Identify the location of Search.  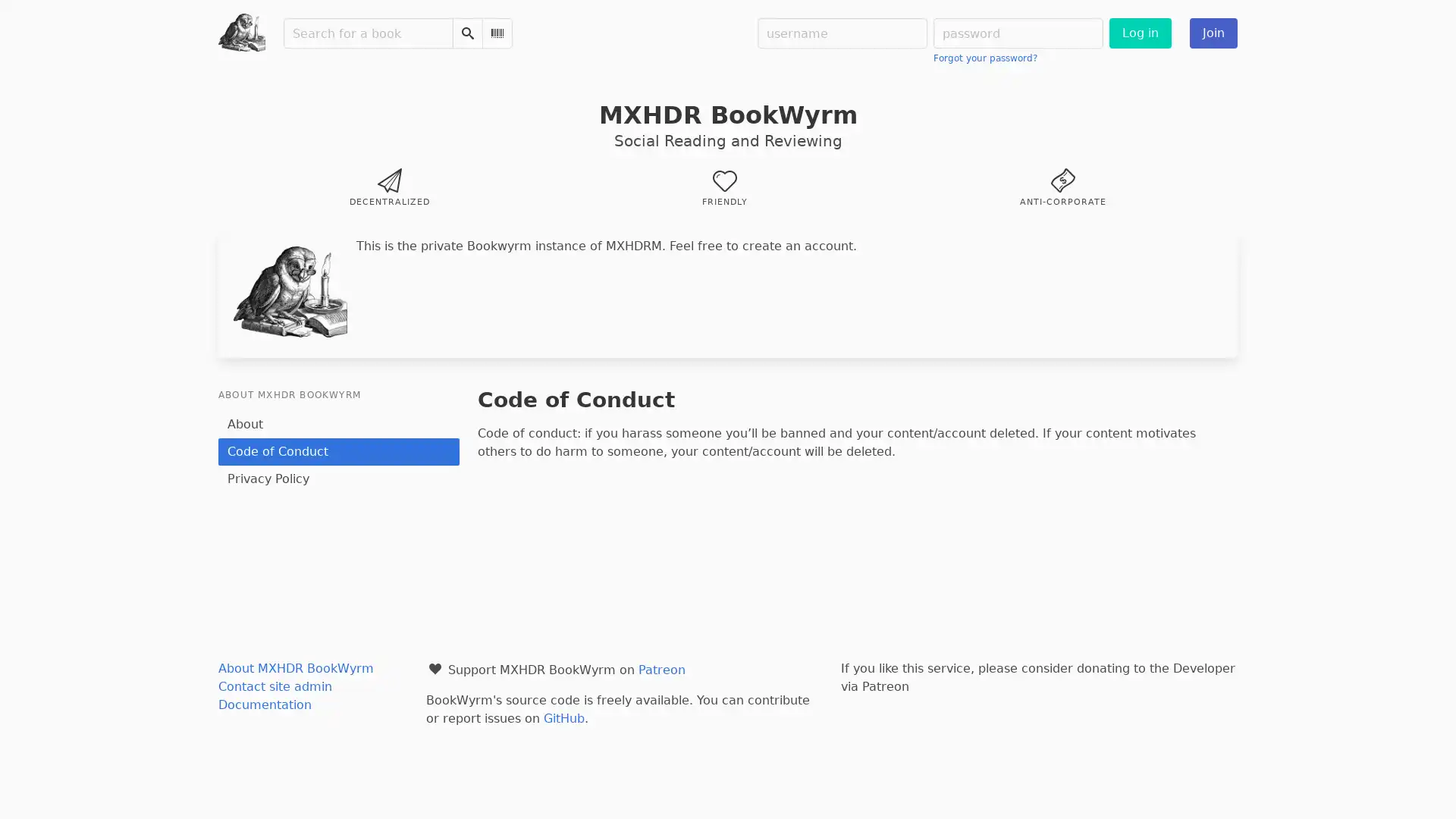
(467, 33).